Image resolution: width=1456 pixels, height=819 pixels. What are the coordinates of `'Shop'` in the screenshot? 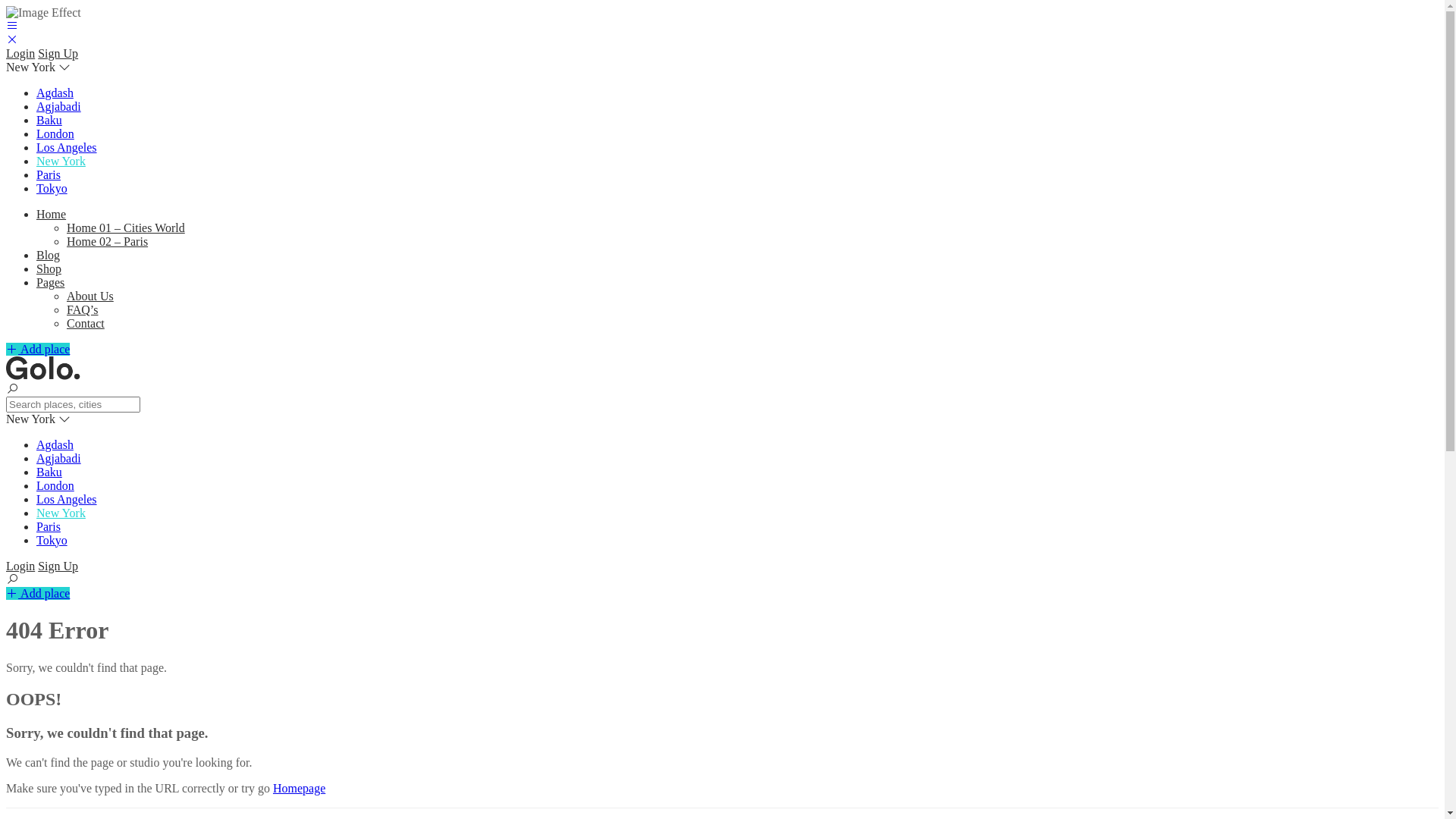 It's located at (49, 268).